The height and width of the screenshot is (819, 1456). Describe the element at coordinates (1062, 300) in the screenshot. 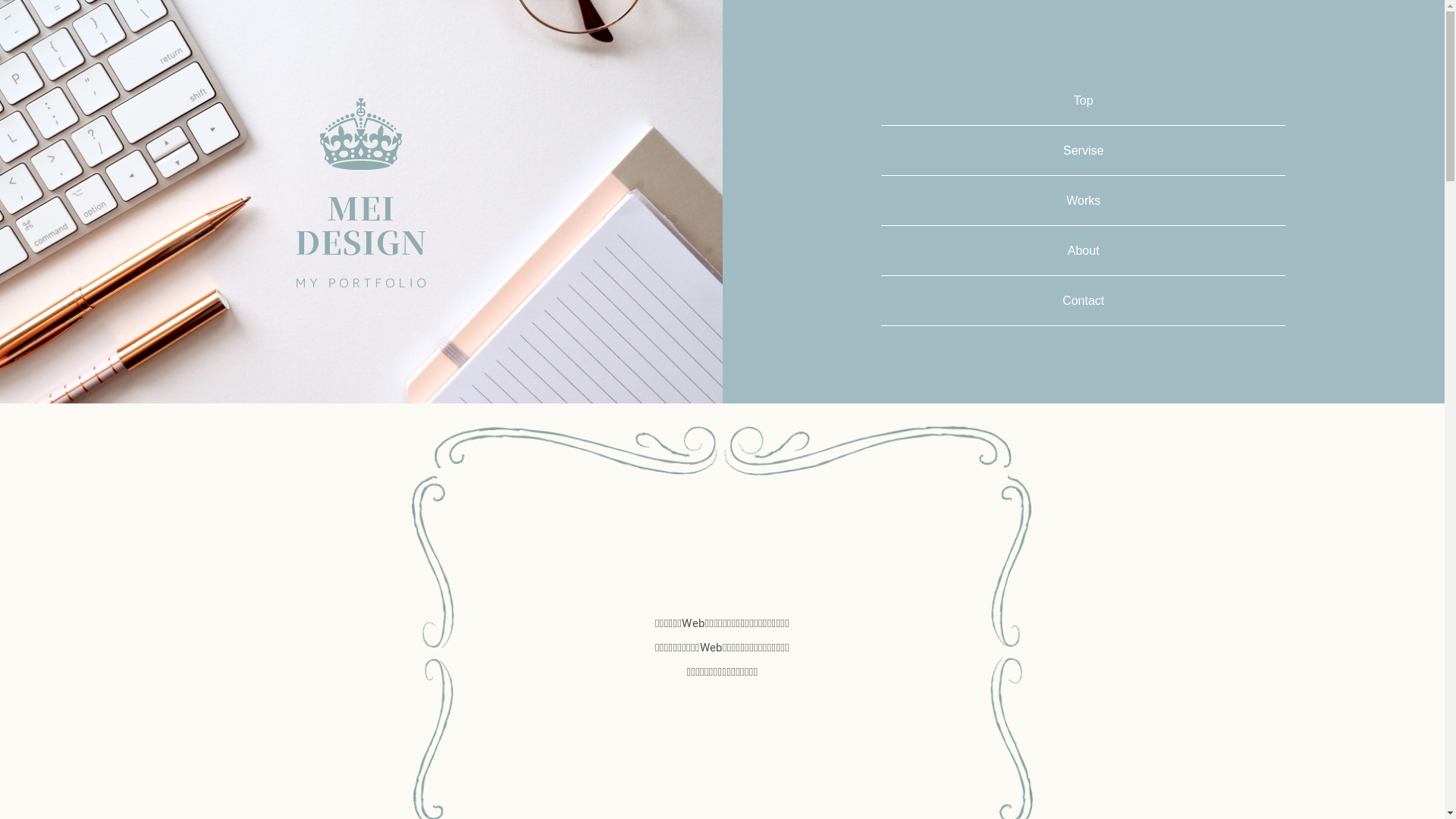

I see `'Contact'` at that location.